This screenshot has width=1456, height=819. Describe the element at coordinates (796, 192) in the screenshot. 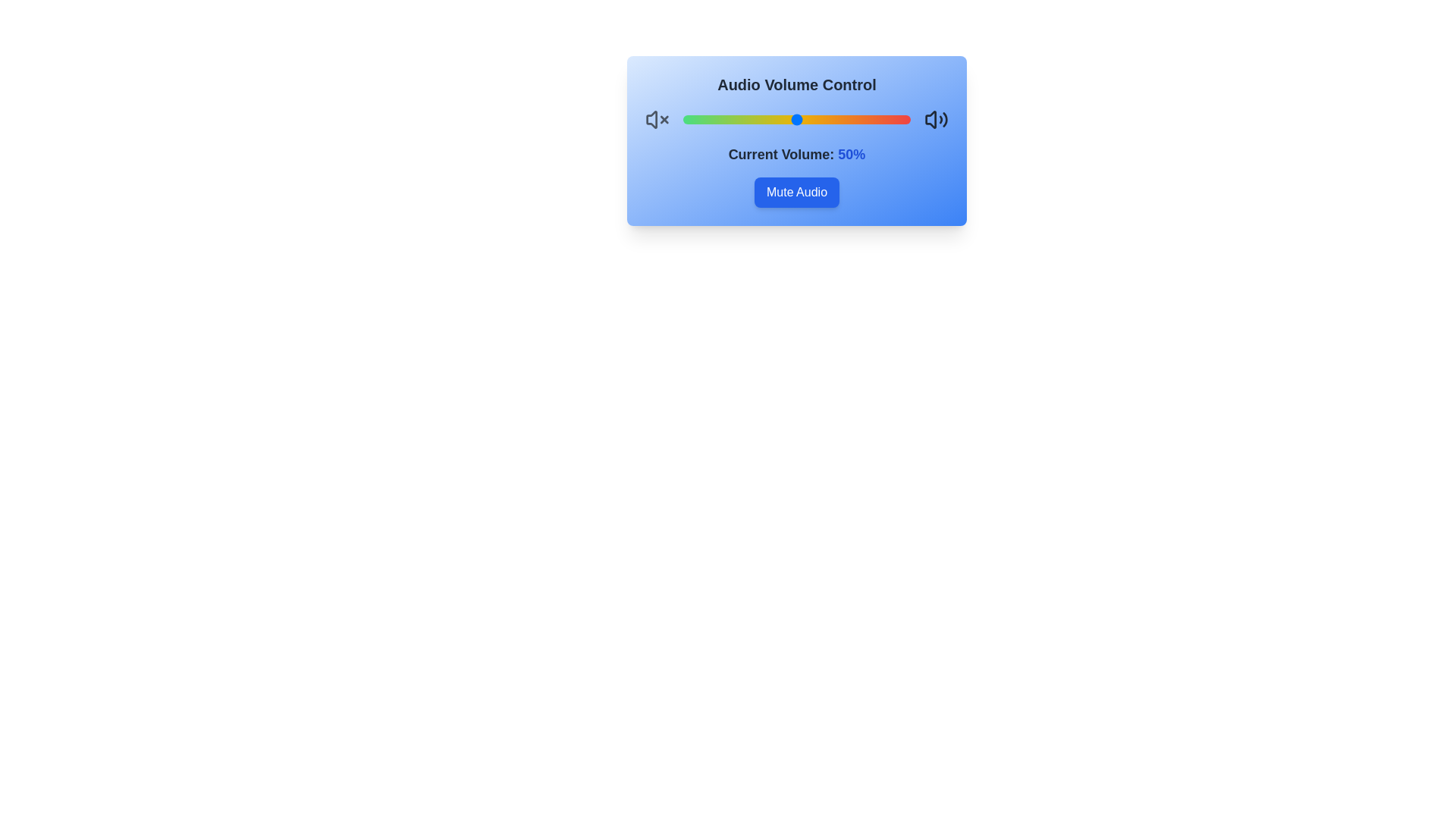

I see `mute button to toggle the mute state` at that location.